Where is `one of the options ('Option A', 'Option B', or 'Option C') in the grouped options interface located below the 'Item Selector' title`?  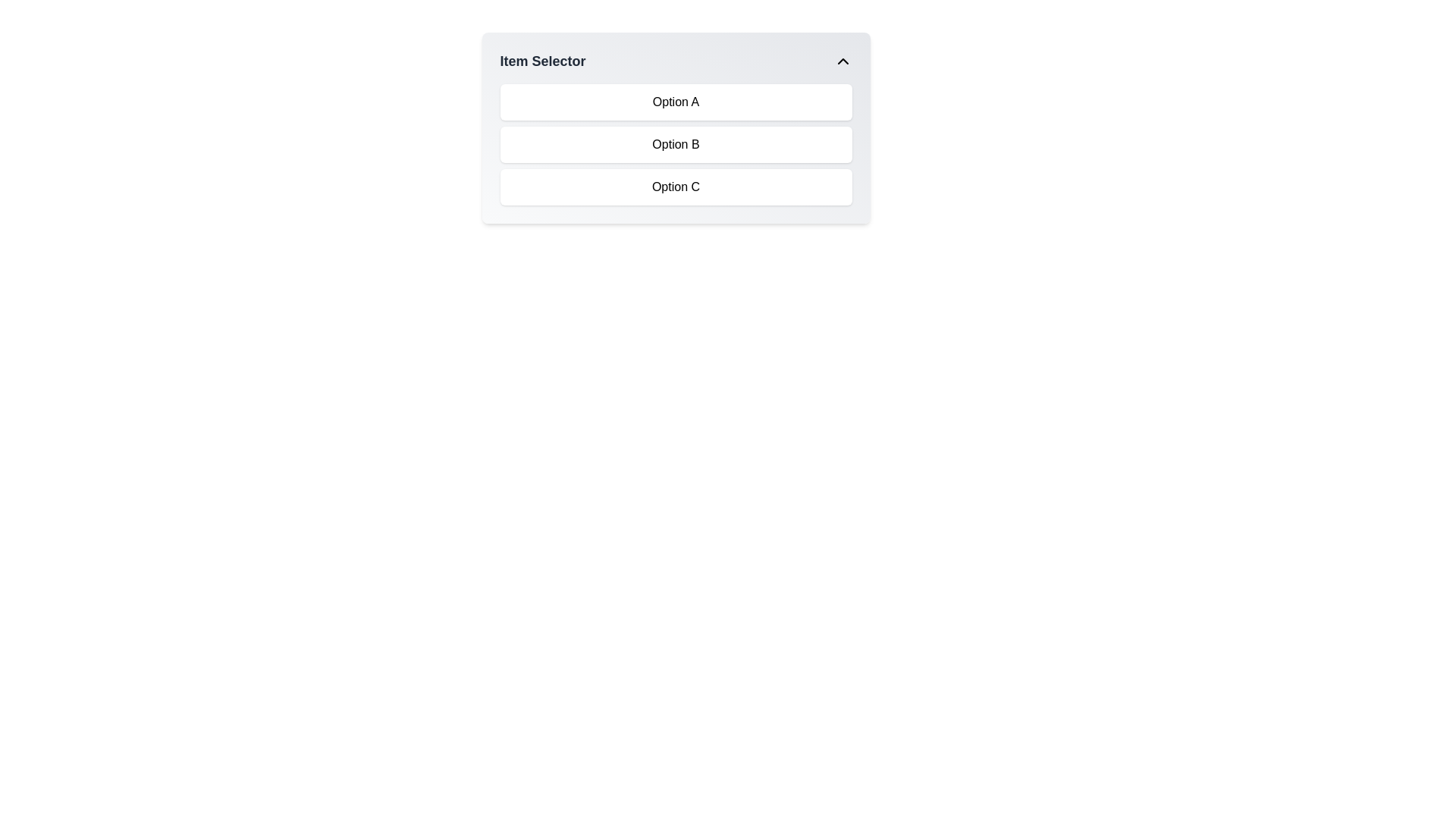 one of the options ('Option A', 'Option B', or 'Option C') in the grouped options interface located below the 'Item Selector' title is located at coordinates (675, 145).